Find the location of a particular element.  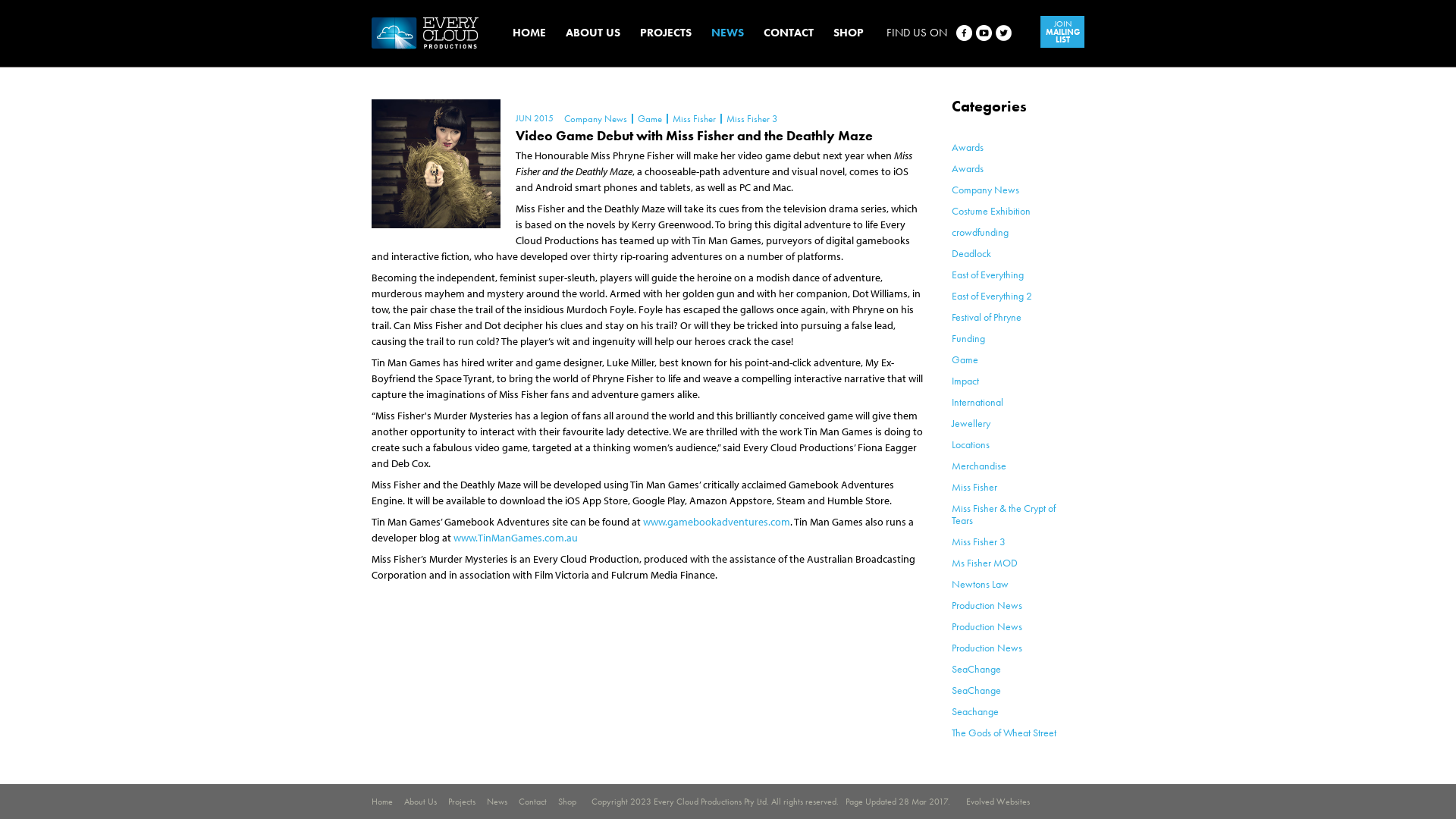

'Production News' is located at coordinates (987, 647).